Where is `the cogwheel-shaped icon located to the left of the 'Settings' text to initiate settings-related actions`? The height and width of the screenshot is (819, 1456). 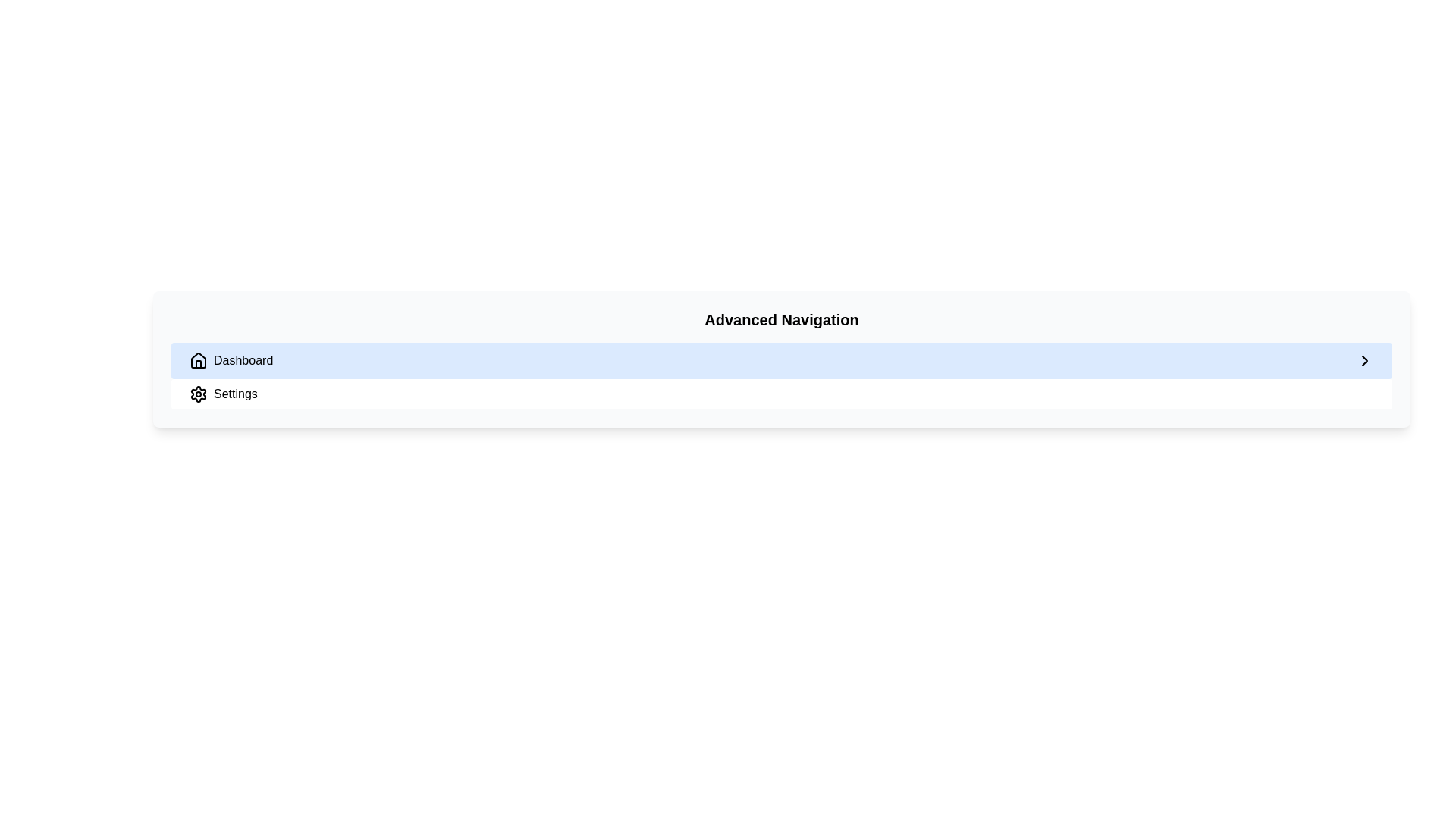
the cogwheel-shaped icon located to the left of the 'Settings' text to initiate settings-related actions is located at coordinates (198, 394).